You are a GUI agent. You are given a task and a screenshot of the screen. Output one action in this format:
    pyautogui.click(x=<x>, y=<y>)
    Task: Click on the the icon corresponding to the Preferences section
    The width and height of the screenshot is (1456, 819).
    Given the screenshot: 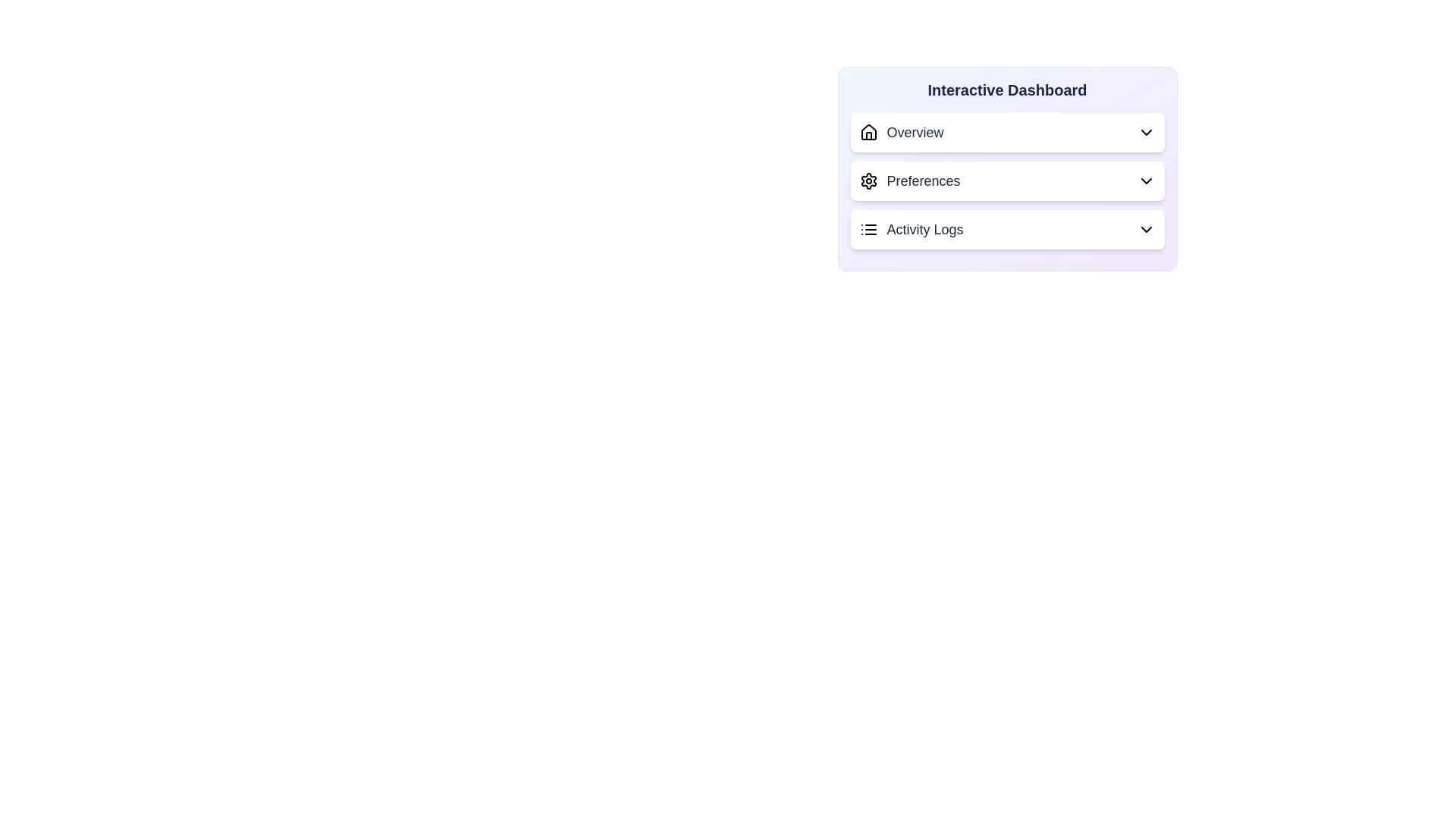 What is the action you would take?
    pyautogui.click(x=868, y=180)
    